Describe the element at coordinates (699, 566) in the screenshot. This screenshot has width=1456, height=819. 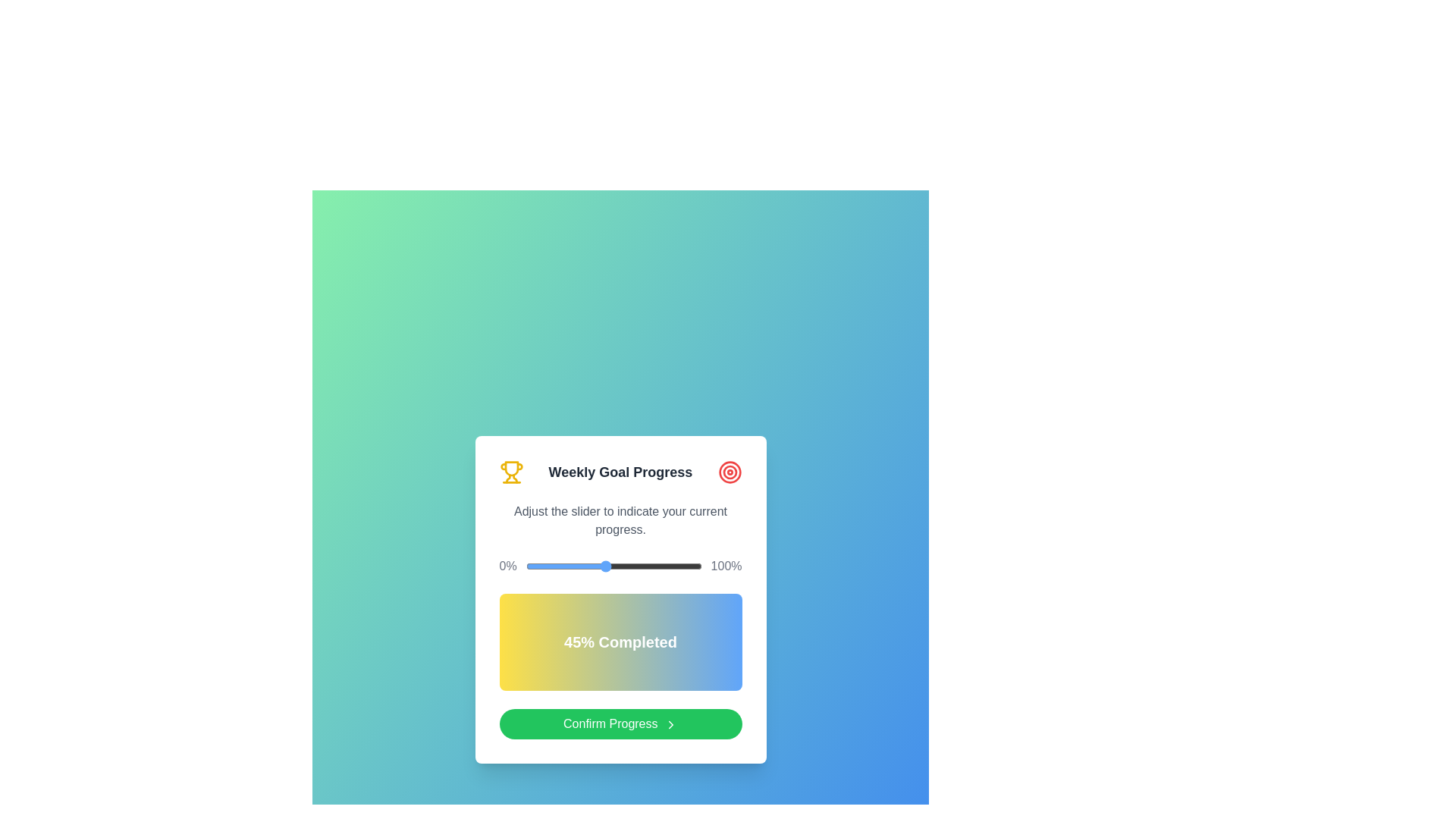
I see `the progress slider to set the progress to 99%` at that location.